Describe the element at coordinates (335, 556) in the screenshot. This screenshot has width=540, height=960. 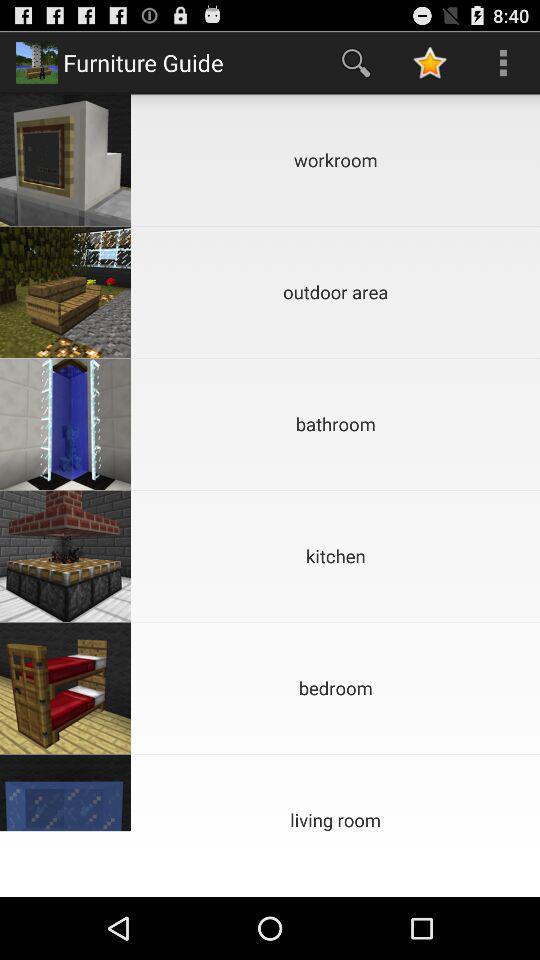
I see `kitchen icon` at that location.